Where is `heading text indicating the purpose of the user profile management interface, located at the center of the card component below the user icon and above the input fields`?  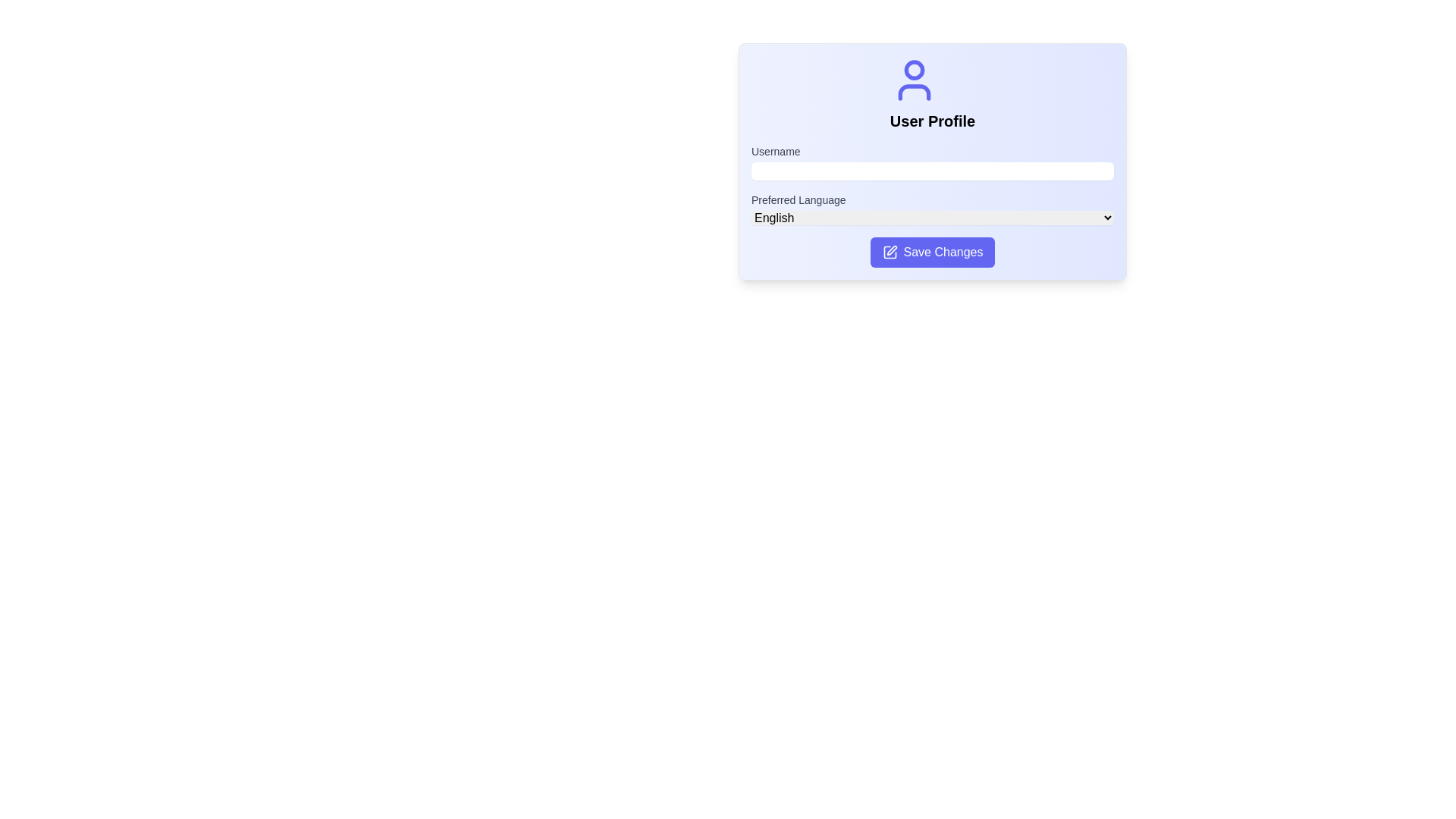 heading text indicating the purpose of the user profile management interface, located at the center of the card component below the user icon and above the input fields is located at coordinates (931, 120).